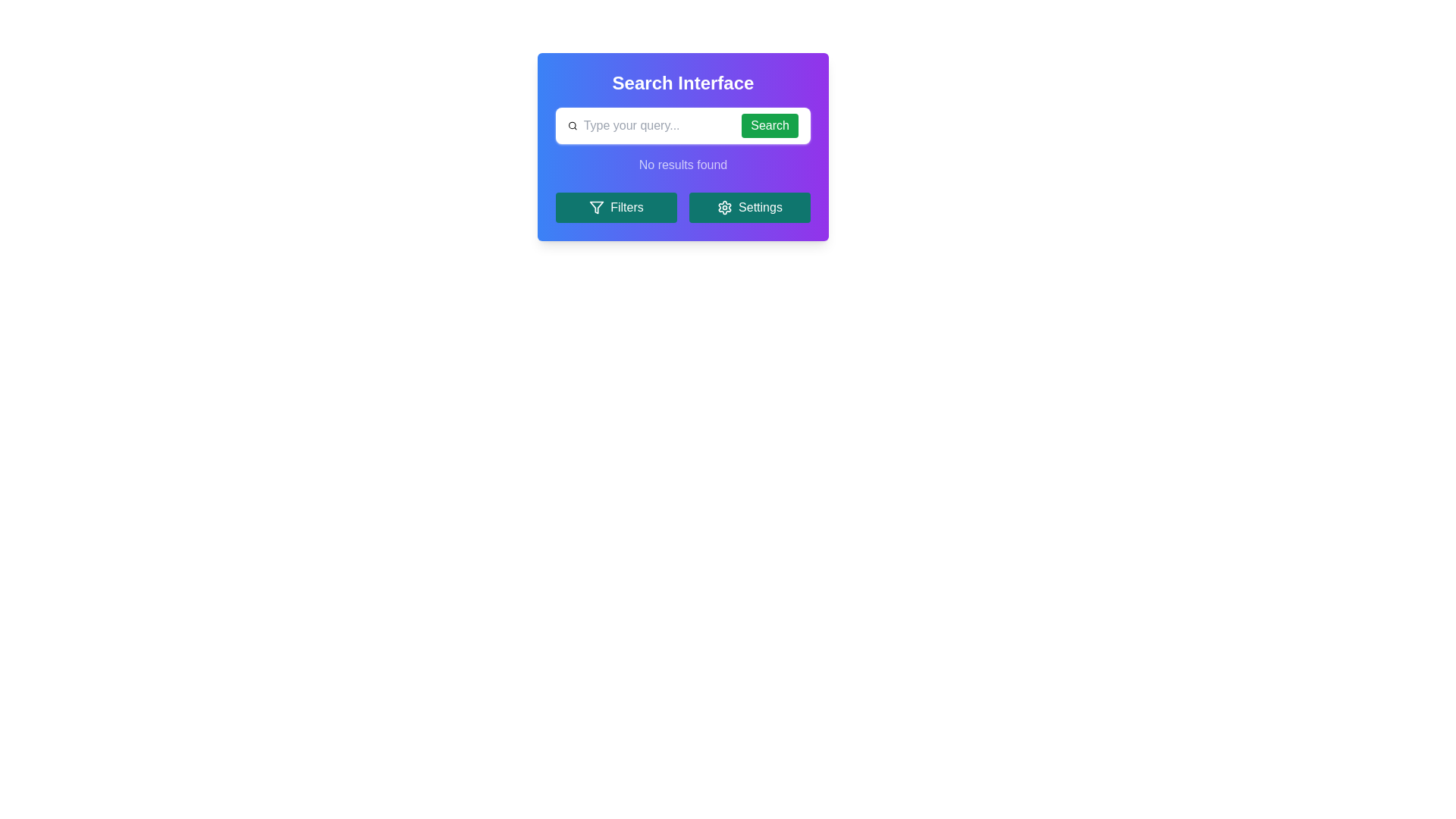 This screenshot has width=1456, height=819. Describe the element at coordinates (571, 124) in the screenshot. I see `the circular vector graphic element of the magnifying glass icon located in the top left corner inside the search bar` at that location.